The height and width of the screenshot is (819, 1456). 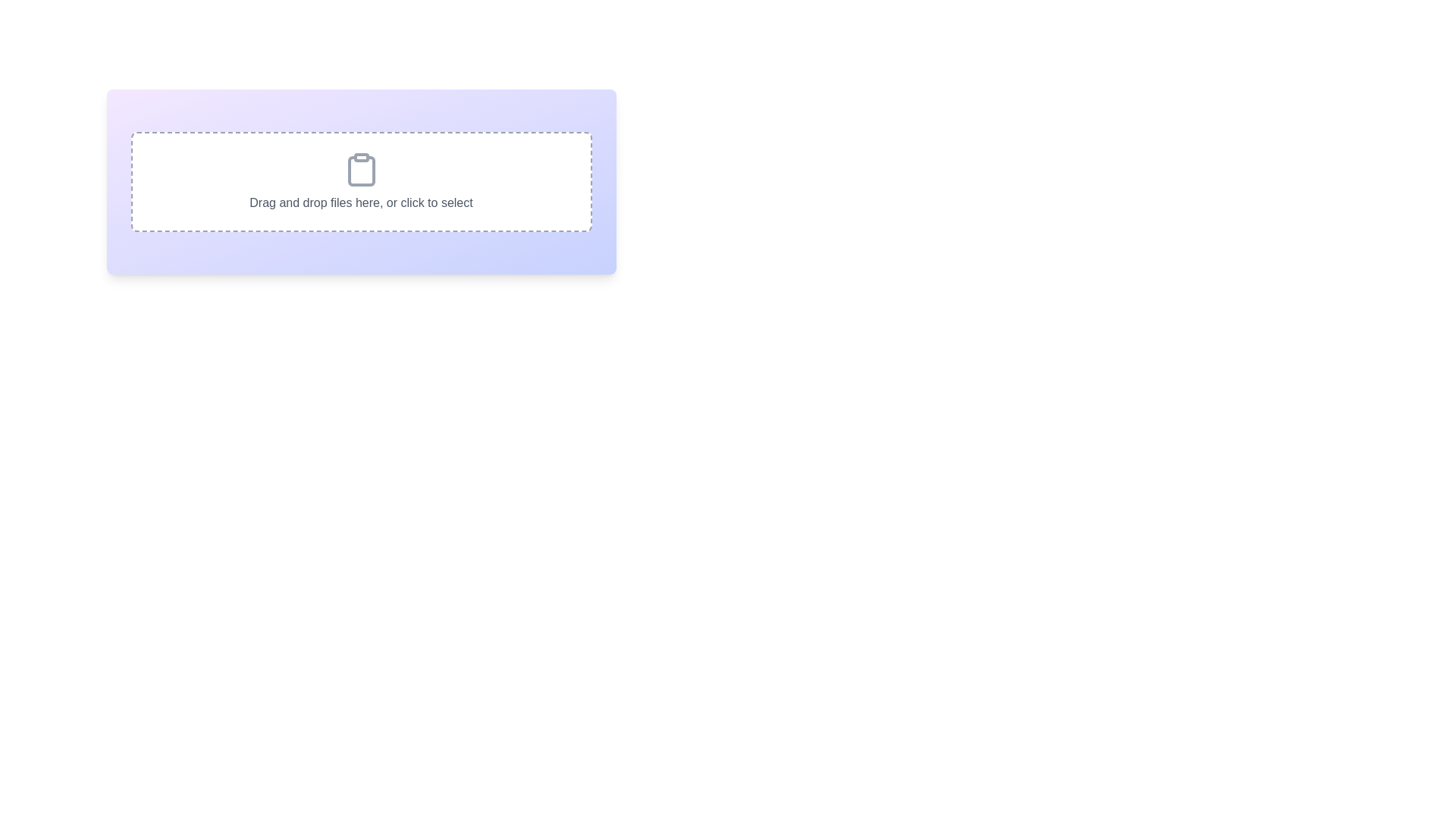 What do you see at coordinates (360, 158) in the screenshot?
I see `the decorative rectangular element located within the clipboard icon, positioned at the top center` at bounding box center [360, 158].